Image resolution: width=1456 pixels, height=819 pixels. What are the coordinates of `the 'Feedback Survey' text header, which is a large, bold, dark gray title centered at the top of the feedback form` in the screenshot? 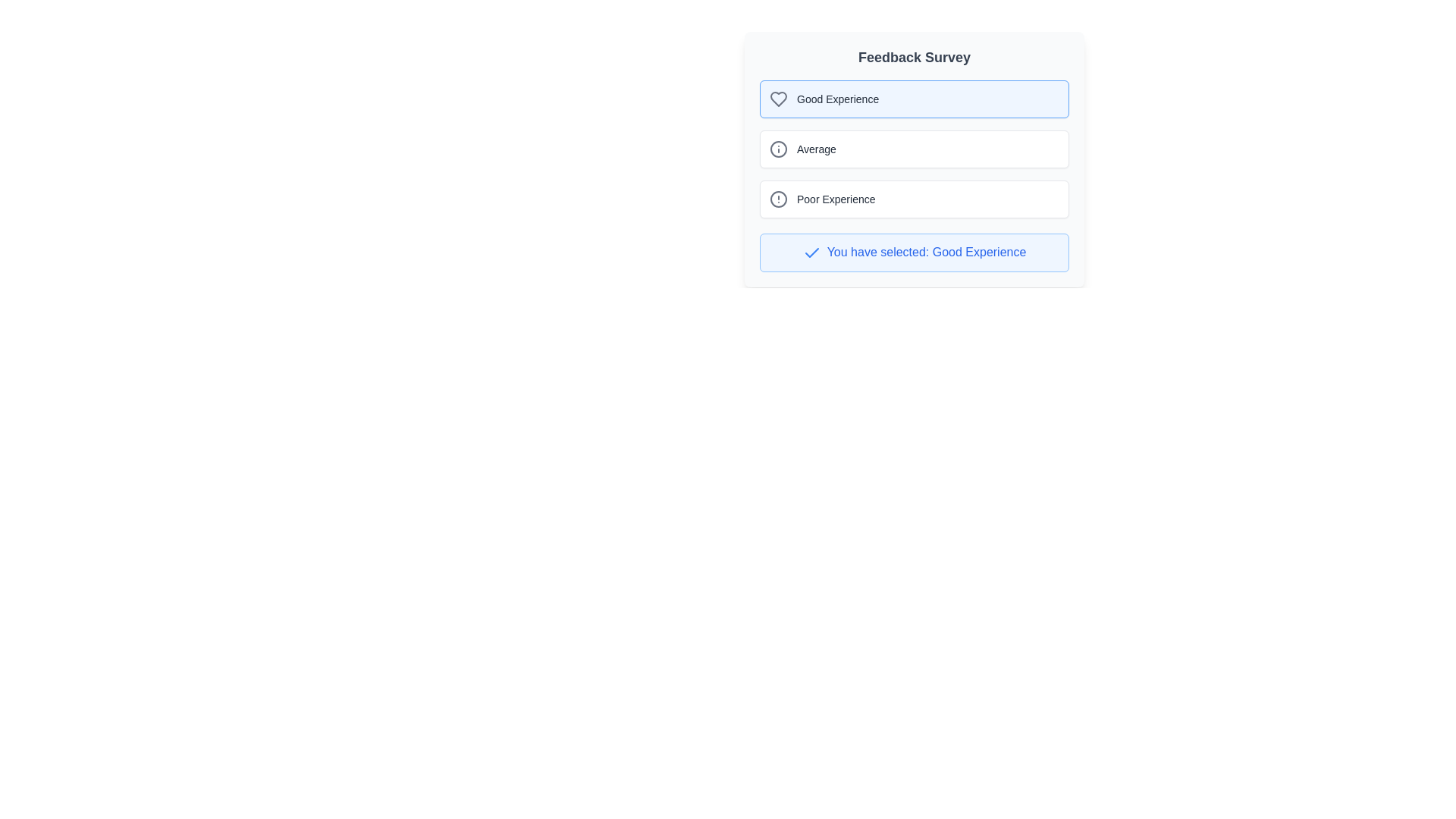 It's located at (913, 57).